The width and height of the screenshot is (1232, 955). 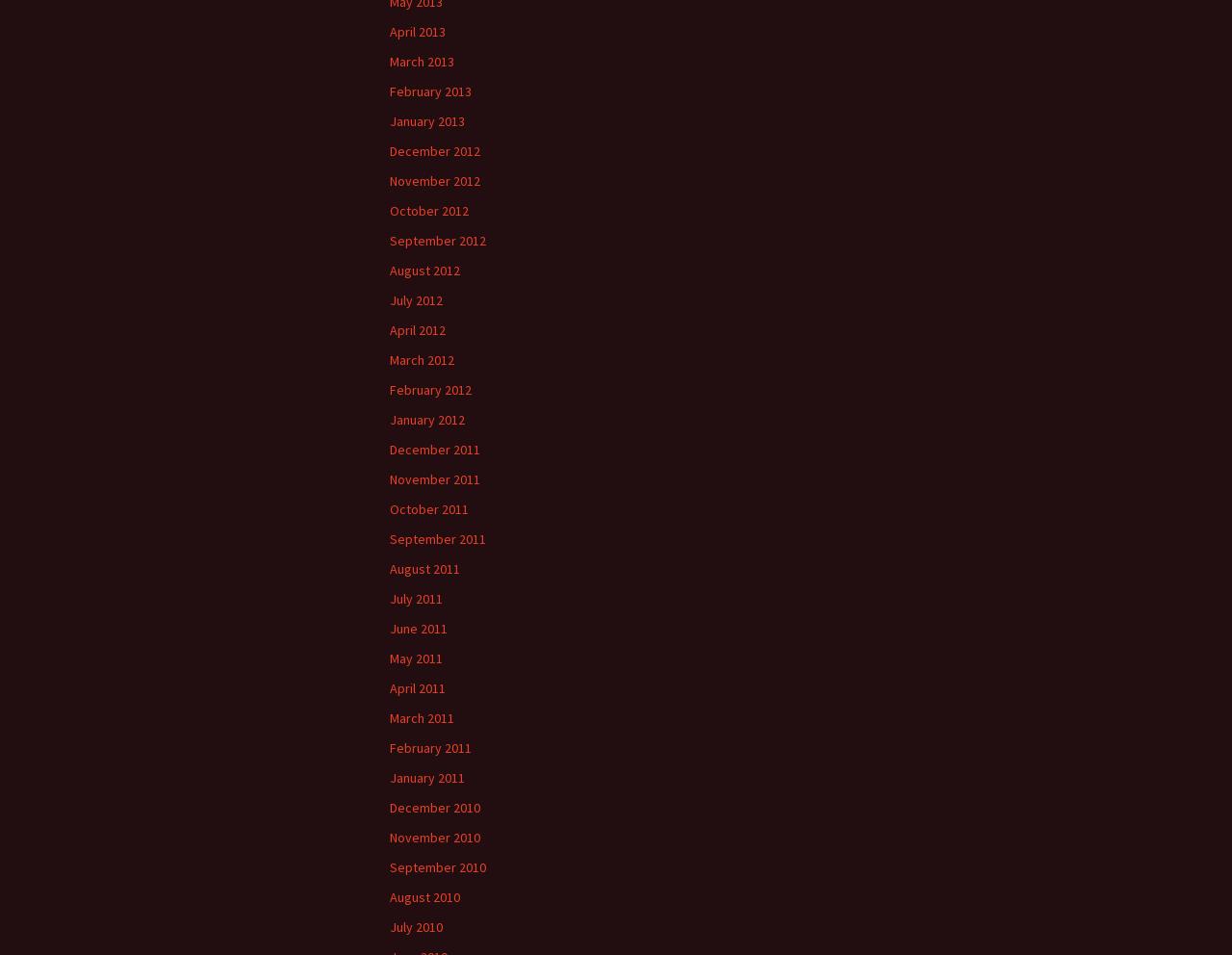 What do you see at coordinates (423, 270) in the screenshot?
I see `'August 2012'` at bounding box center [423, 270].